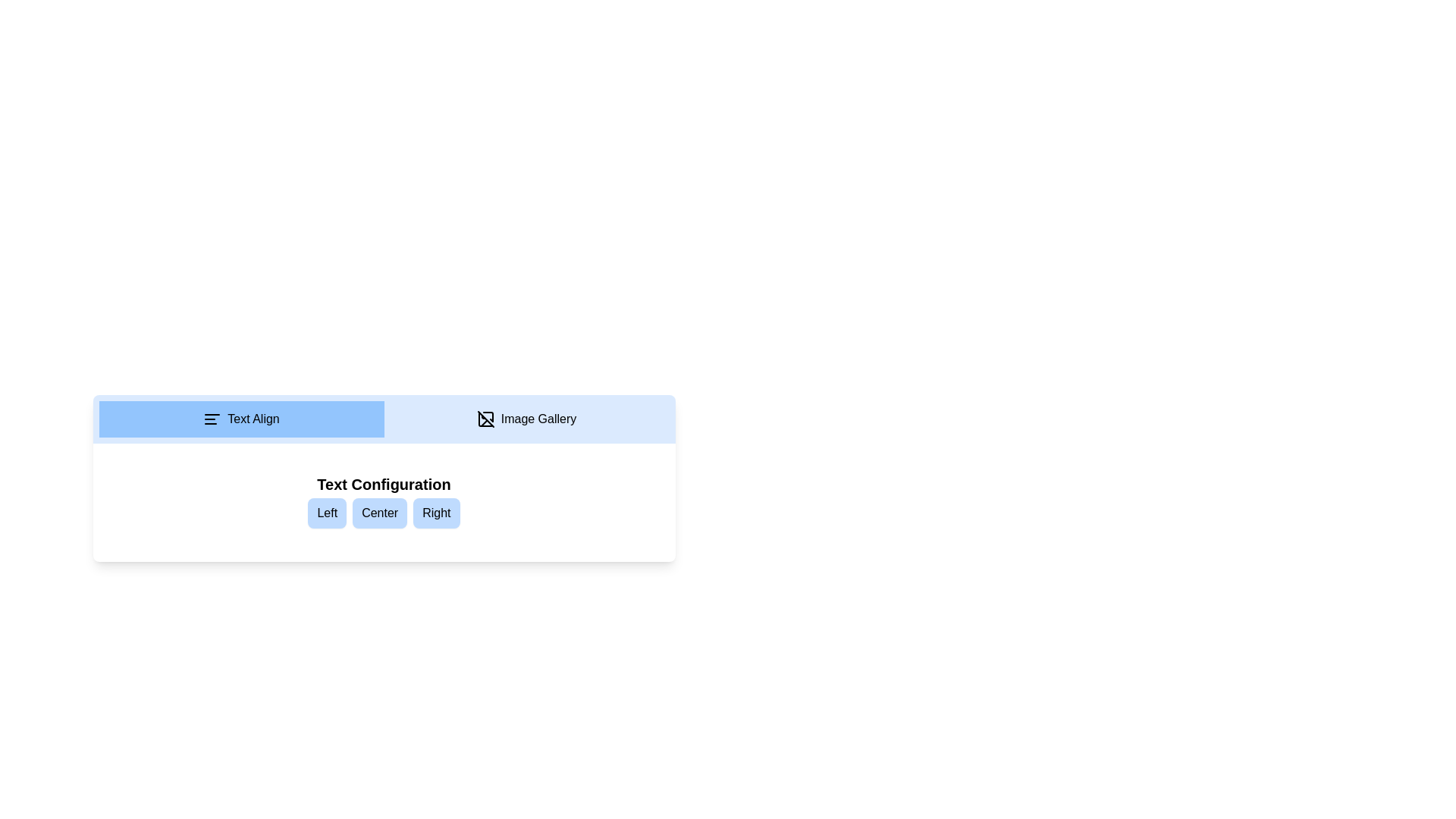  I want to click on the Left alignment button, so click(326, 513).